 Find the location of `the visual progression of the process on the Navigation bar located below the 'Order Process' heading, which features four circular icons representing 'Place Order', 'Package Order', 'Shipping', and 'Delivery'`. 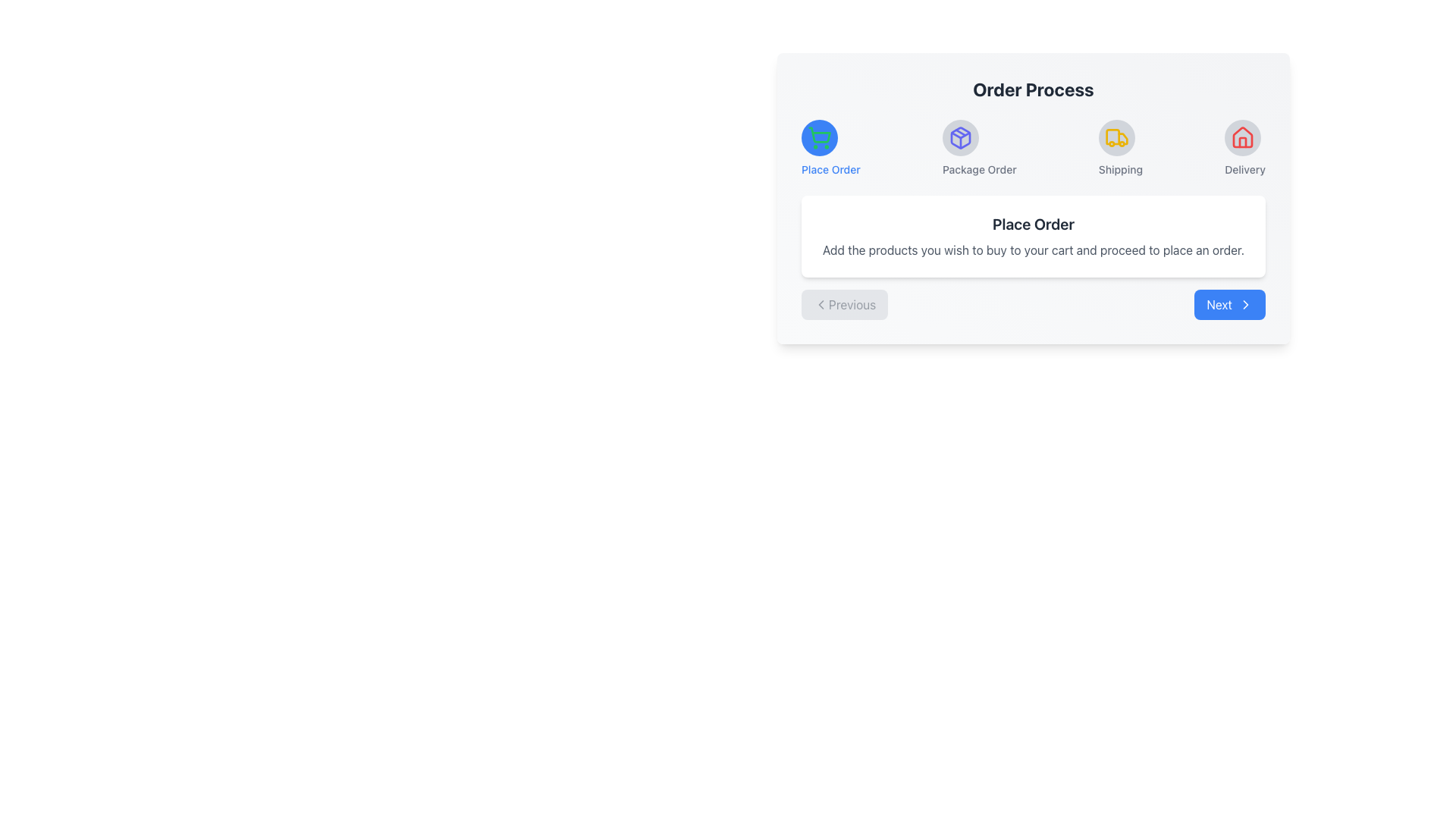

the visual progression of the process on the Navigation bar located below the 'Order Process' heading, which features four circular icons representing 'Place Order', 'Package Order', 'Shipping', and 'Delivery' is located at coordinates (1033, 149).